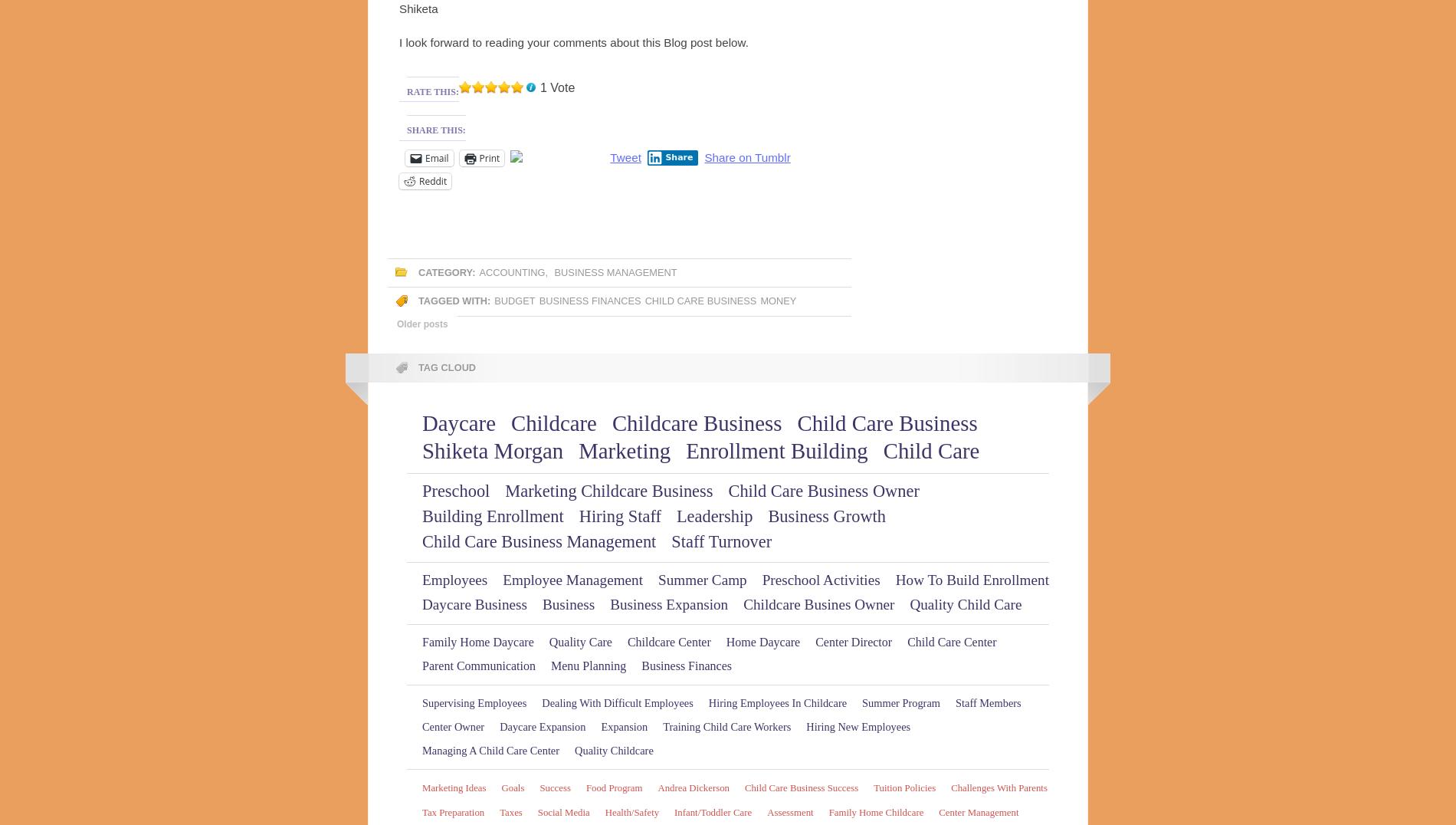  Describe the element at coordinates (858, 725) in the screenshot. I see `'Hiring New Employees'` at that location.